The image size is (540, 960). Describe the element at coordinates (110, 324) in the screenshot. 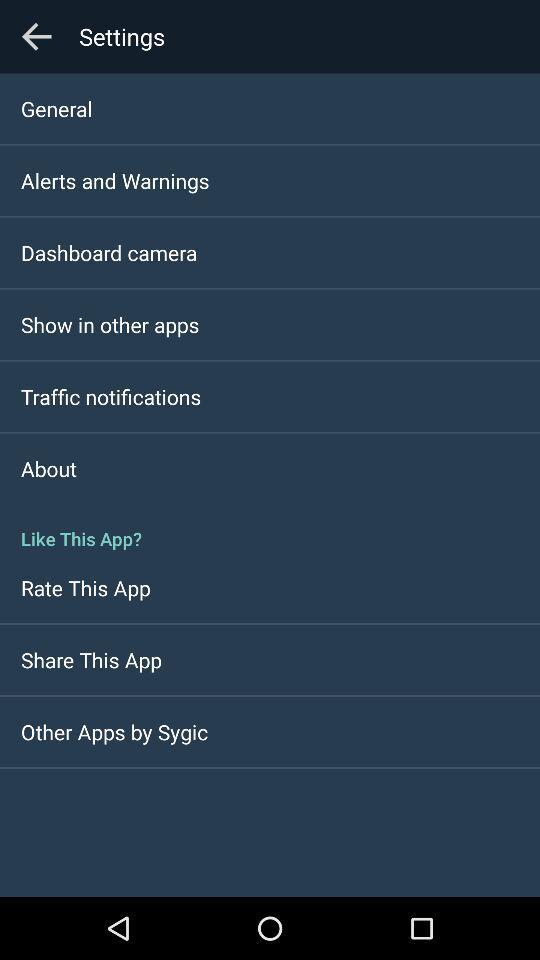

I see `the show in other icon` at that location.